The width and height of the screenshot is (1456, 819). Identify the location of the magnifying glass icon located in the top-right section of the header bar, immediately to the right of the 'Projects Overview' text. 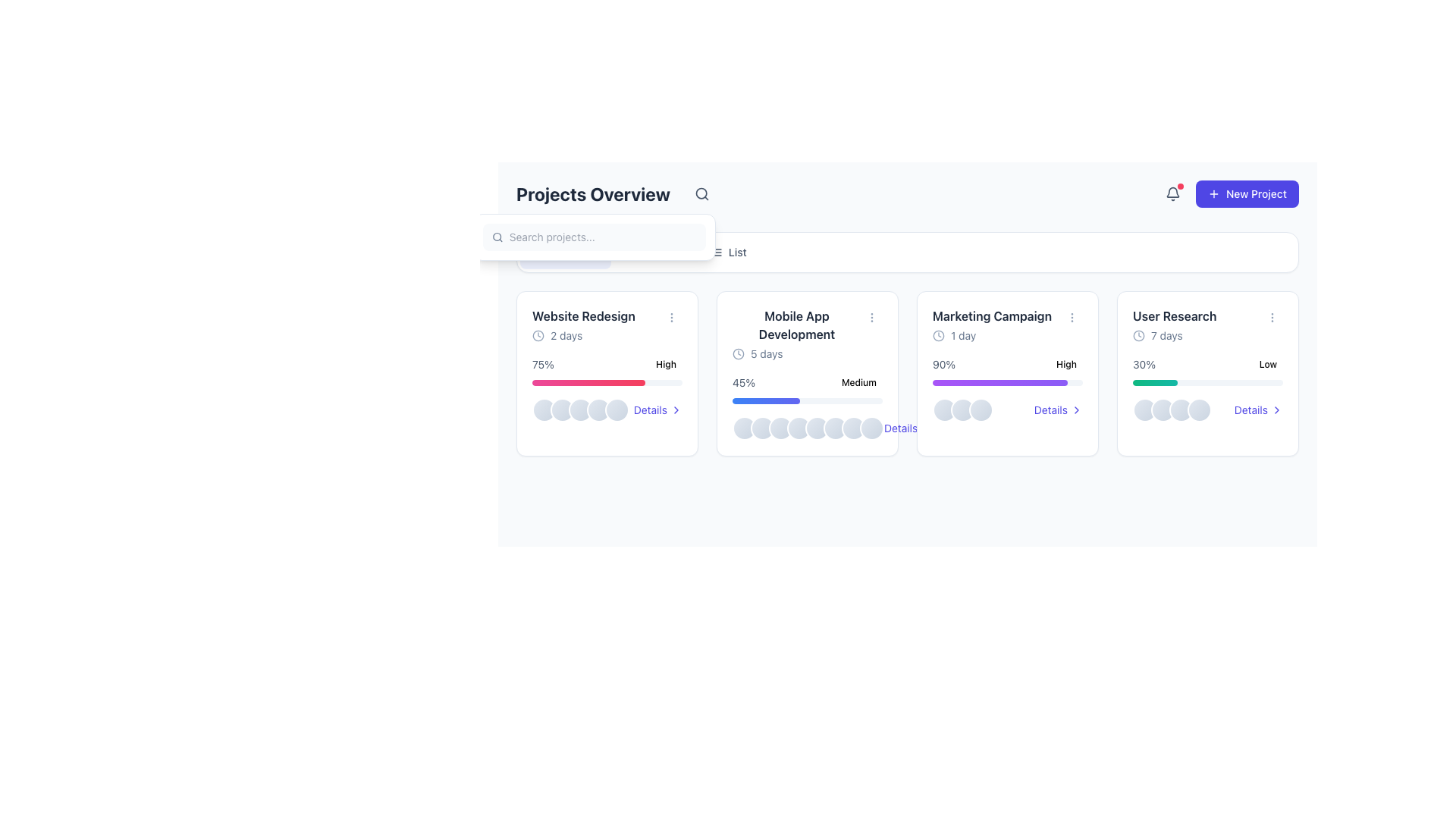
(701, 193).